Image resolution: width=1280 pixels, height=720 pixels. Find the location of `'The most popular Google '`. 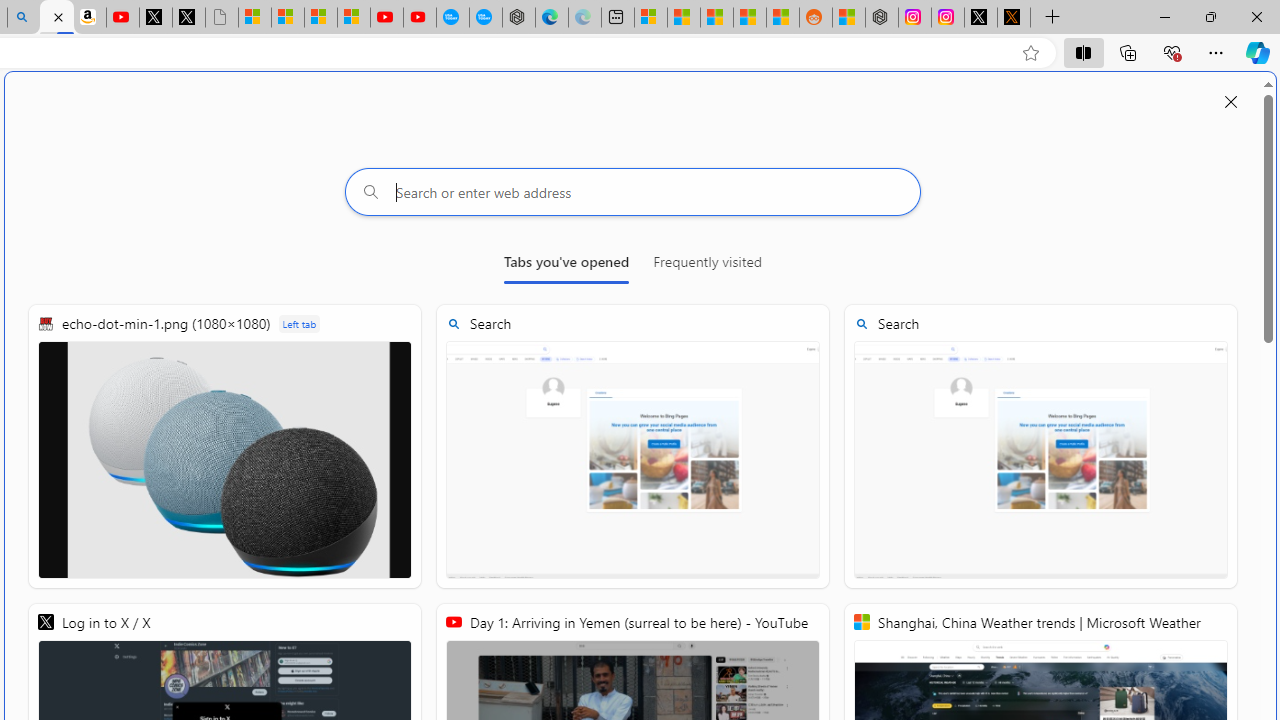

'The most popular Google ' is located at coordinates (485, 17).